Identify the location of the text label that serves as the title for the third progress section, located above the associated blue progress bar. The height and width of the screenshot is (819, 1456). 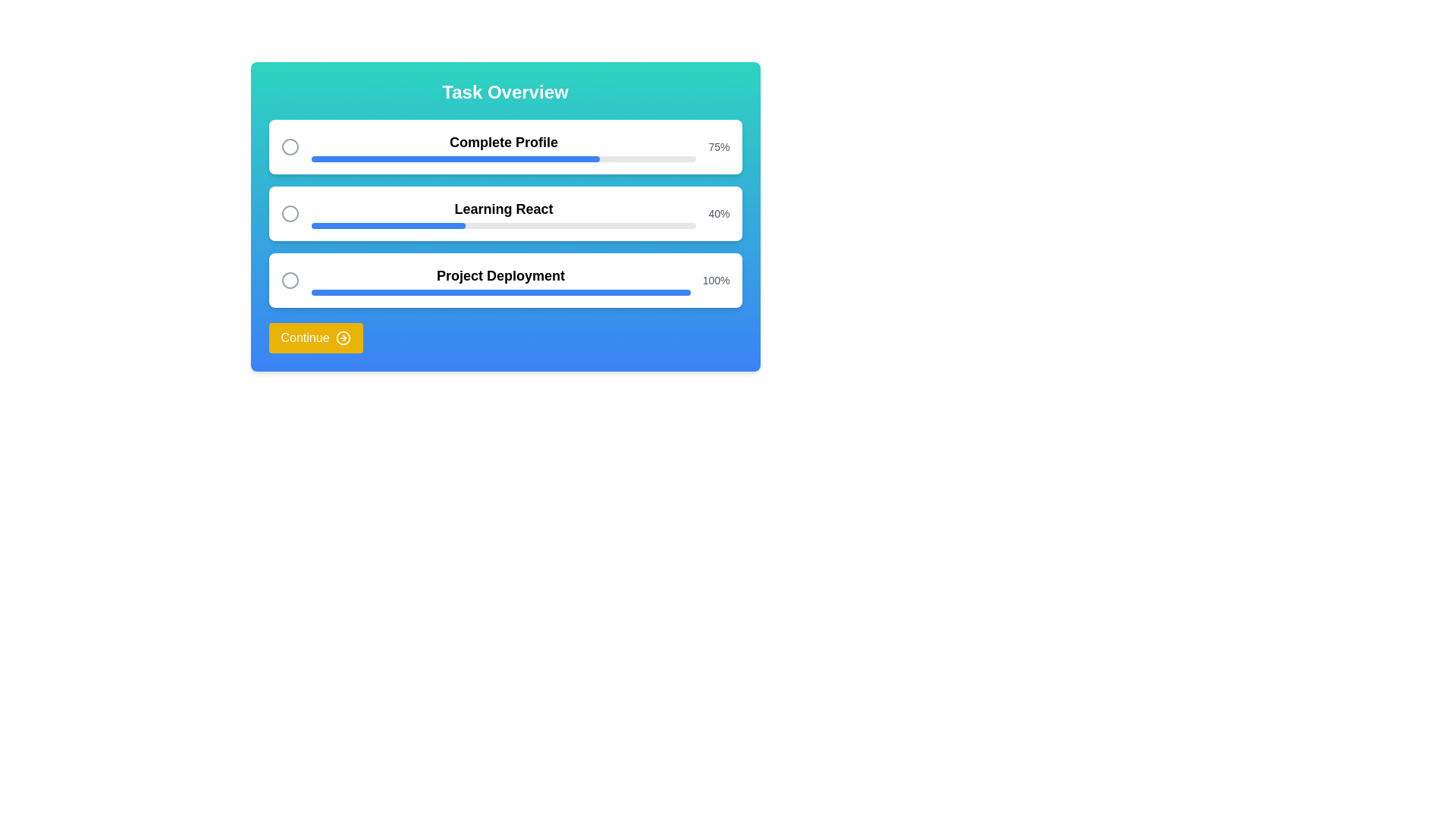
(500, 275).